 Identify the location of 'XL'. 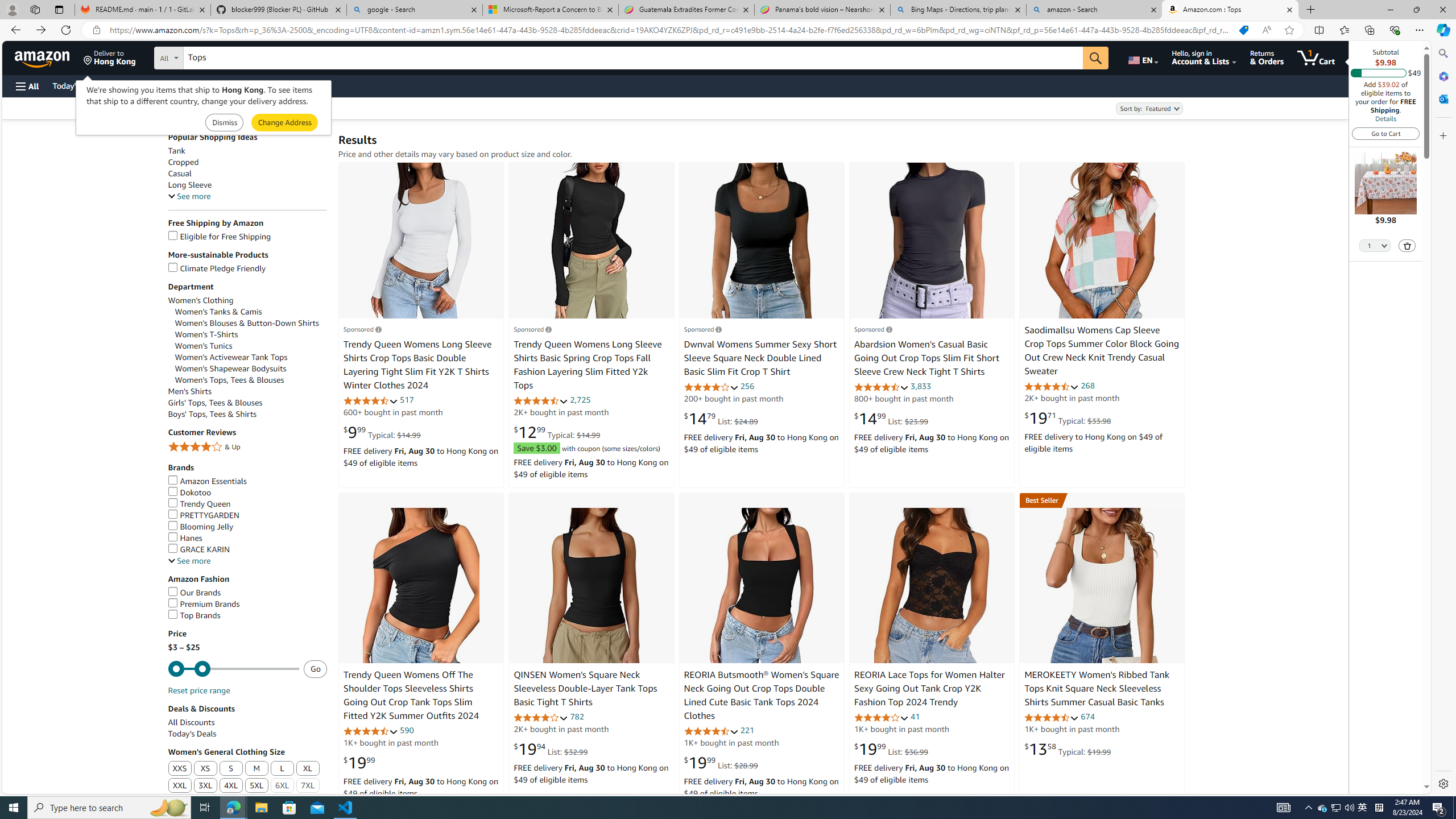
(308, 768).